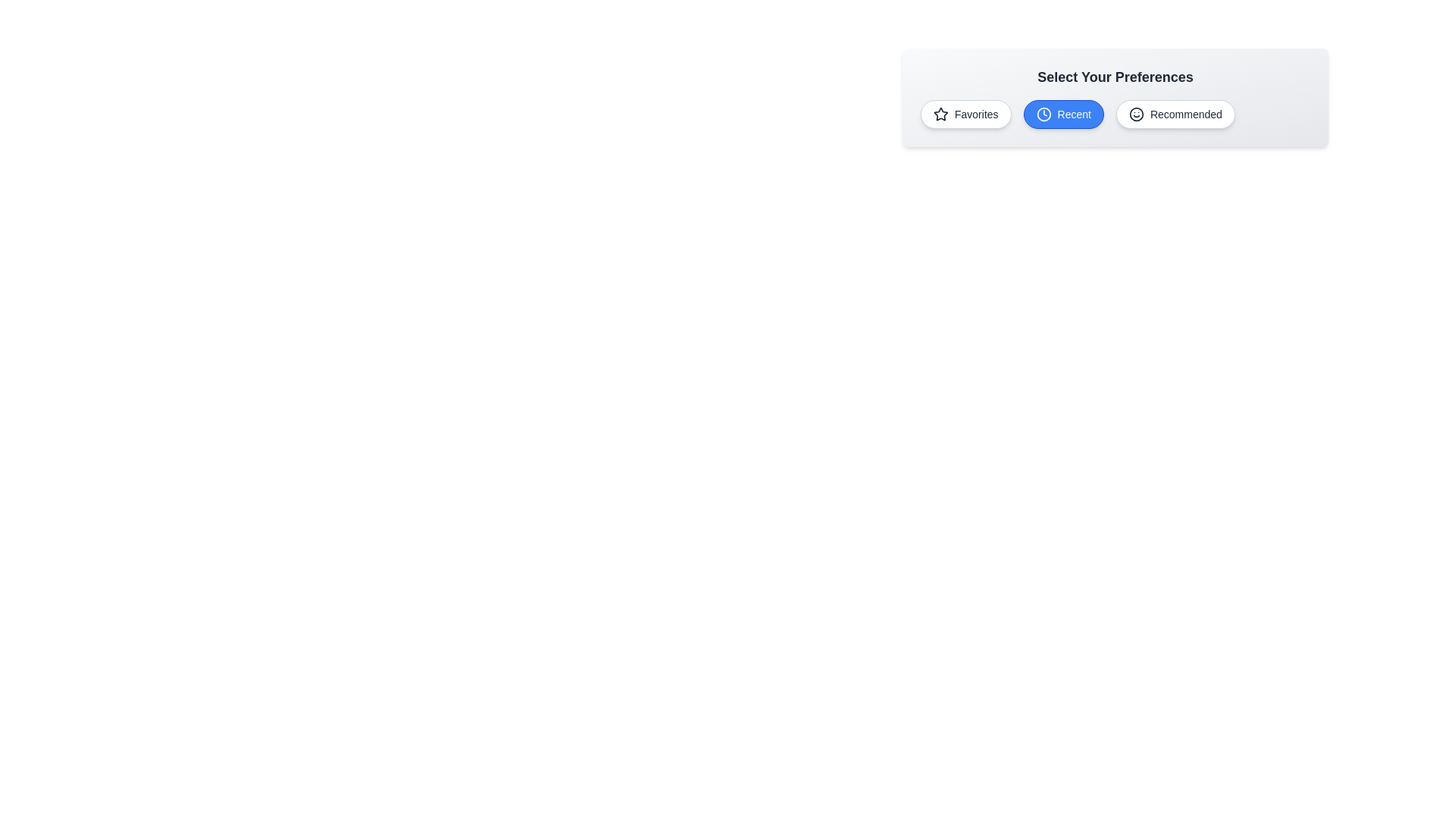  What do you see at coordinates (965, 113) in the screenshot?
I see `the chip labeled Favorites to observe its hover effect` at bounding box center [965, 113].